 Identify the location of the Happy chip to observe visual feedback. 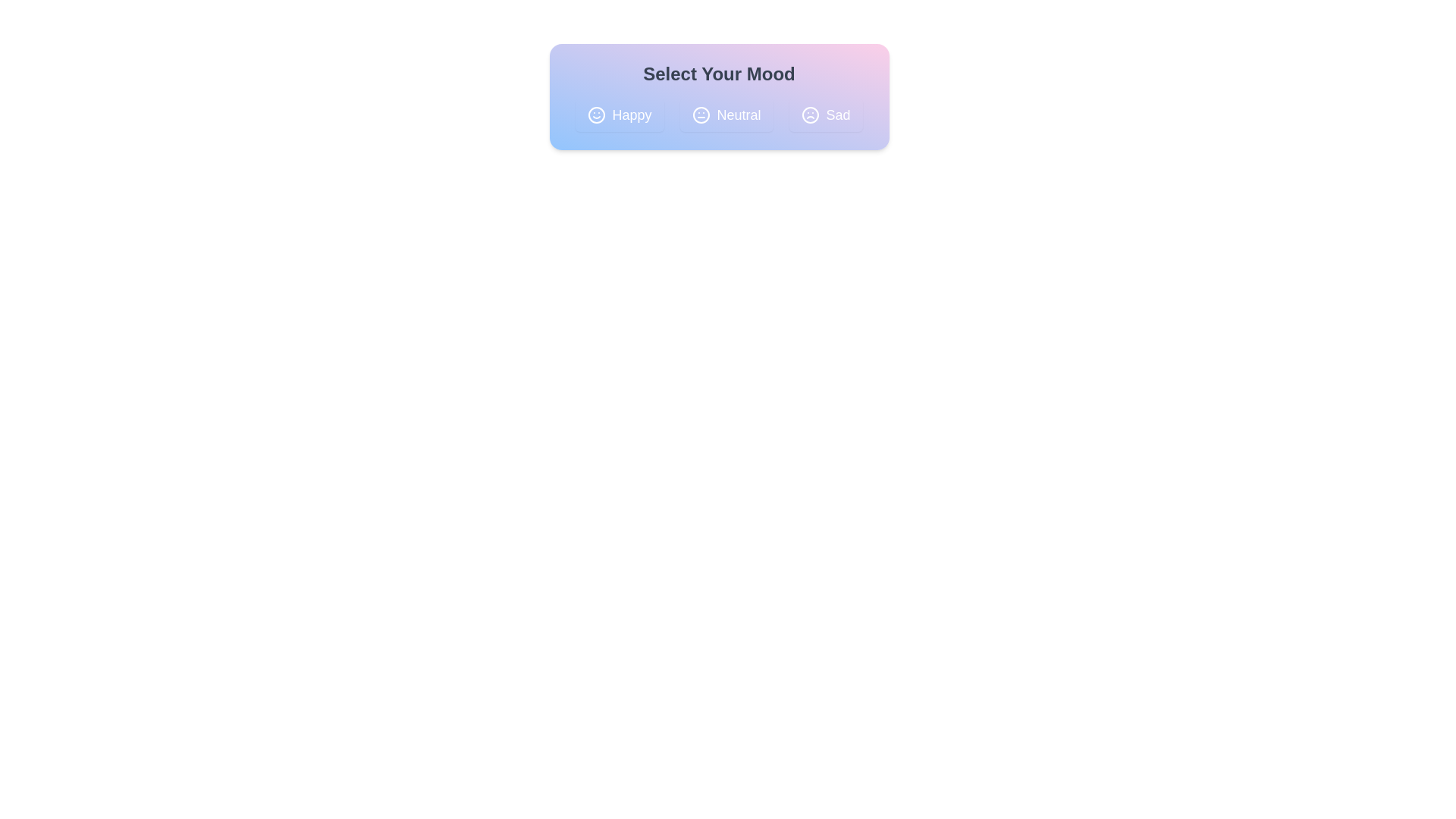
(620, 114).